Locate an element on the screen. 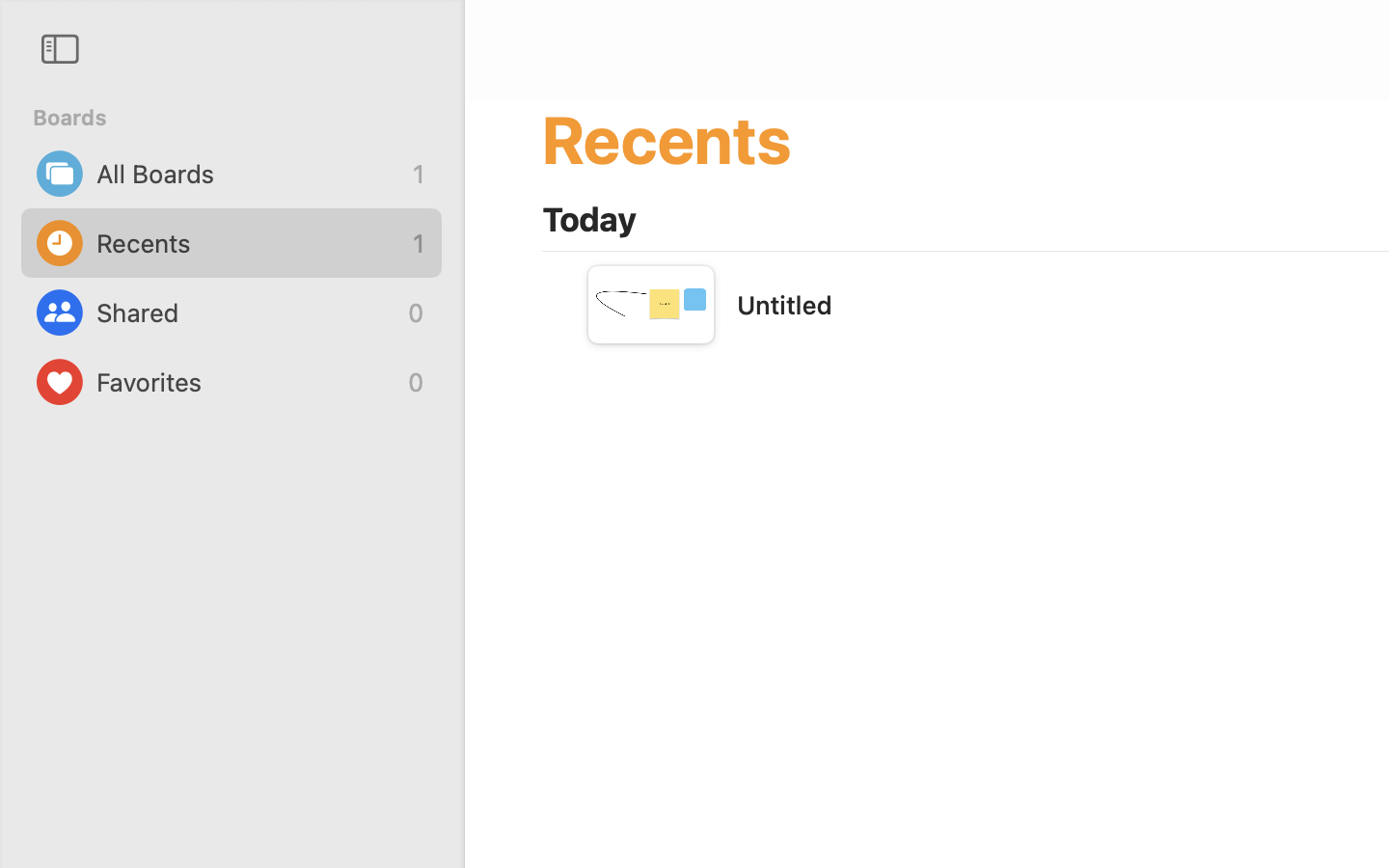  'Untitled' is located at coordinates (784, 303).